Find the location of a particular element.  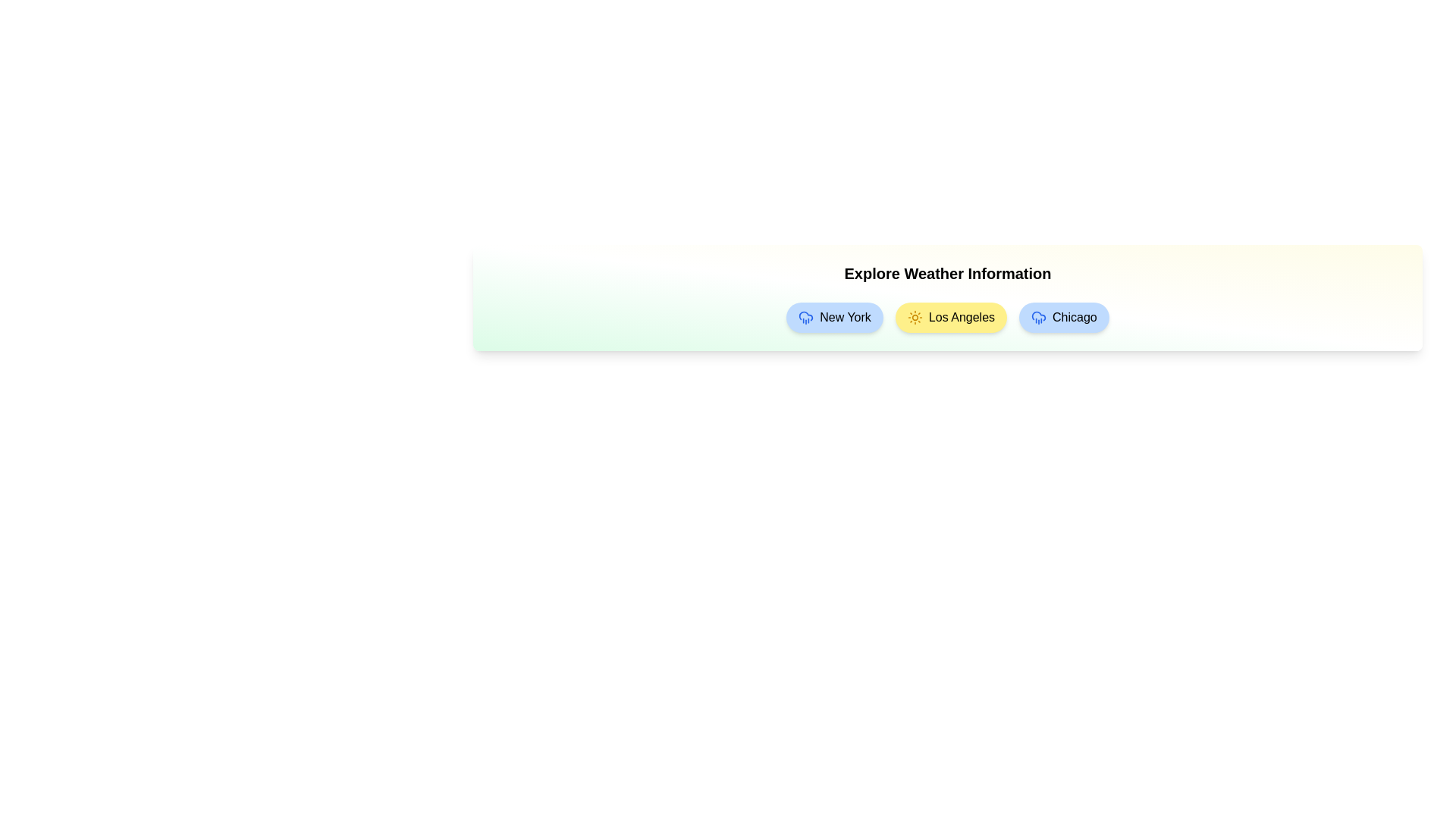

the weather chip for Los Angeles is located at coordinates (949, 317).